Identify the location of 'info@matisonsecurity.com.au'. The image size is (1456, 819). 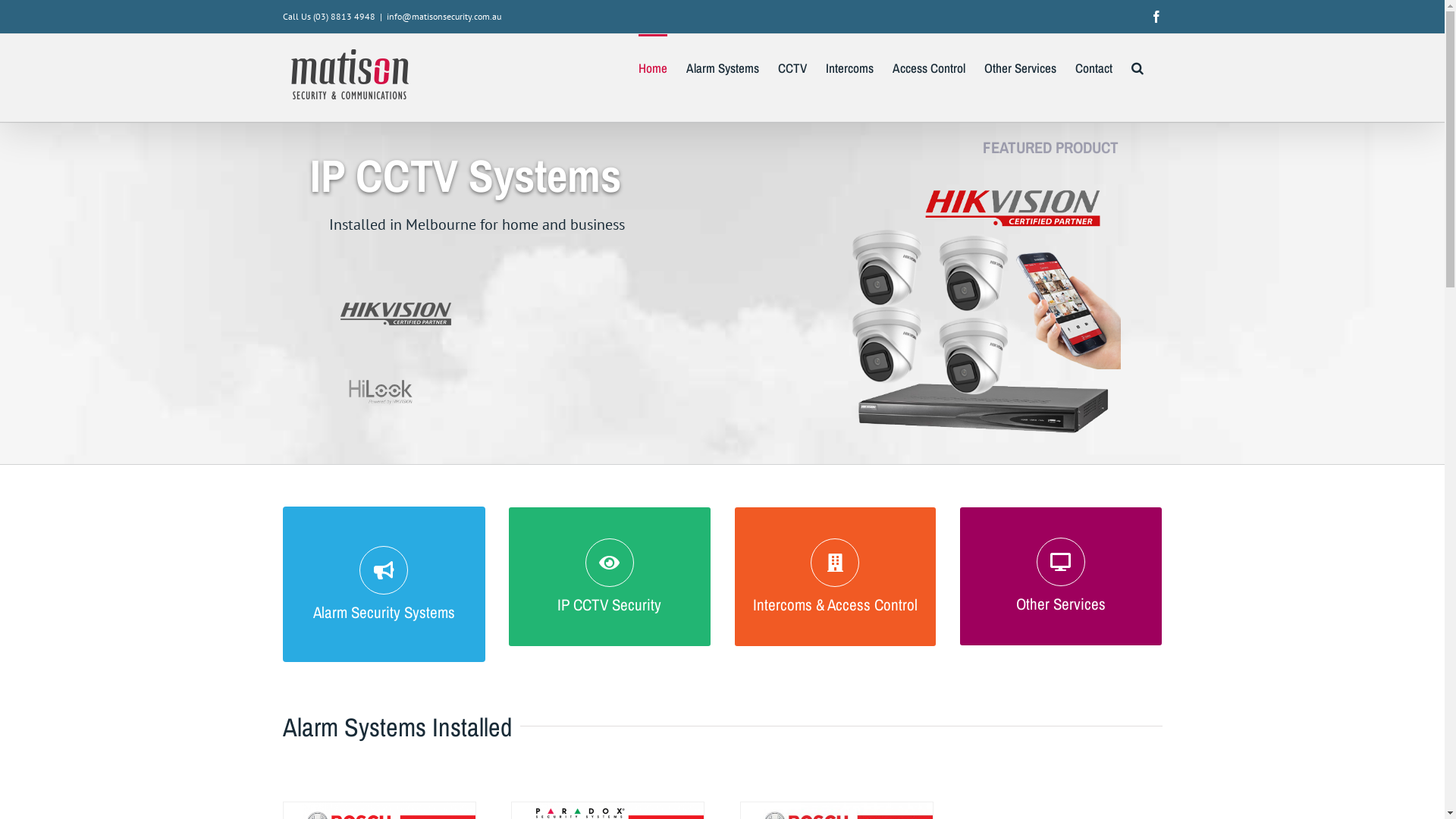
(443, 16).